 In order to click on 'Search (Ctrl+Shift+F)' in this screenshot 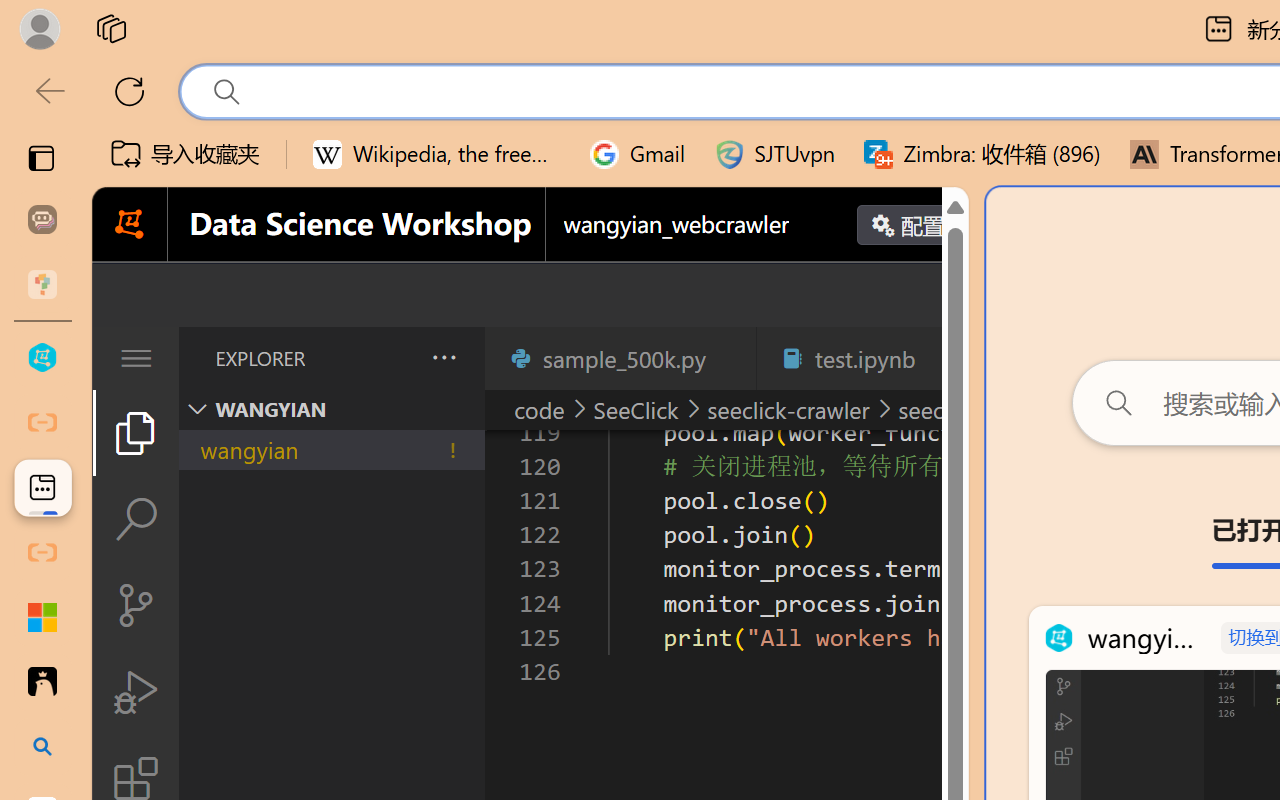, I will do `click(134, 518)`.